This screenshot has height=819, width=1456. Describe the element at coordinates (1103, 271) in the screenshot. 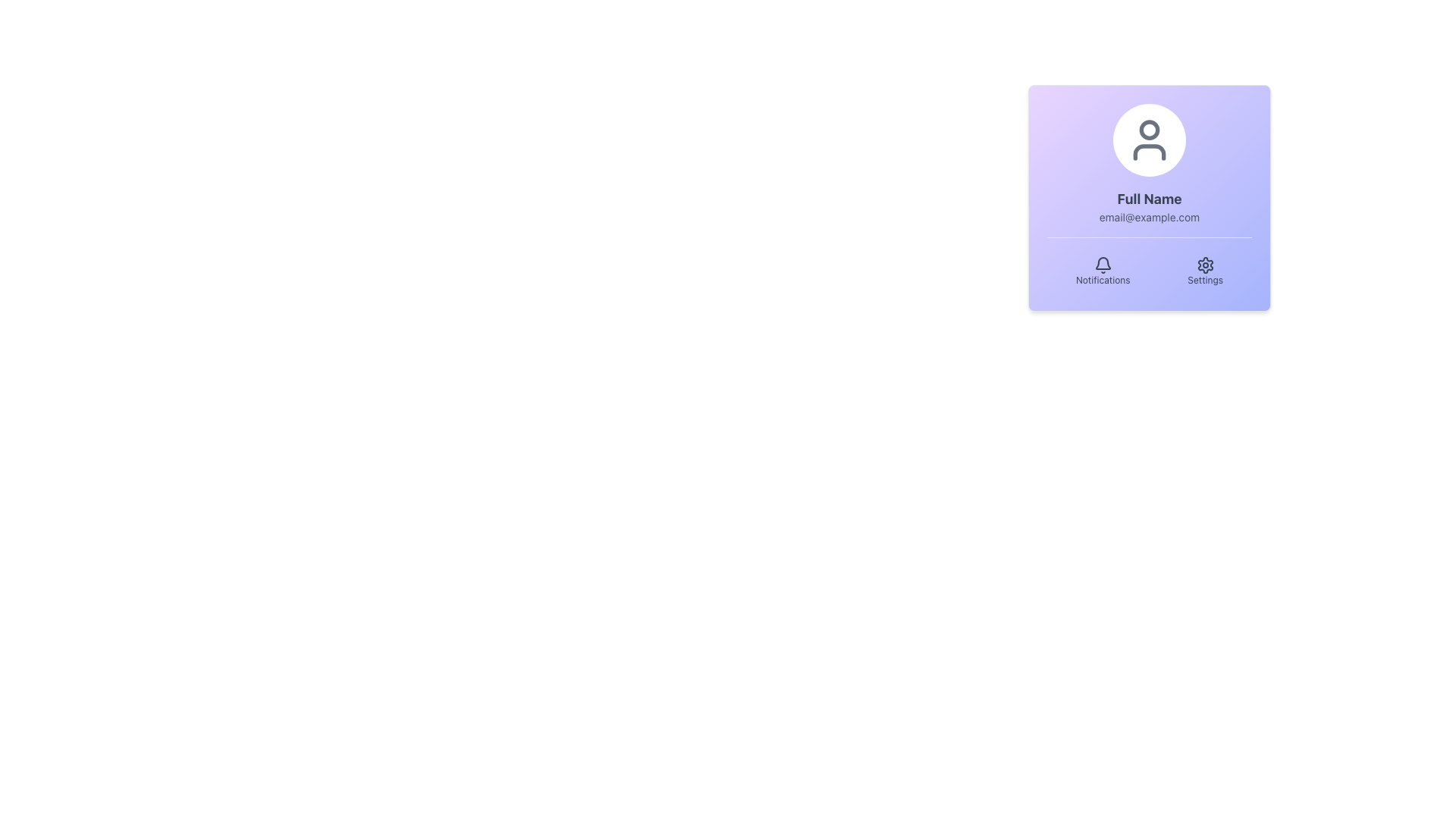

I see `the button located on the bottom left of the user information area, which is adjacent to the 'Settings' element and has a hover effect` at that location.